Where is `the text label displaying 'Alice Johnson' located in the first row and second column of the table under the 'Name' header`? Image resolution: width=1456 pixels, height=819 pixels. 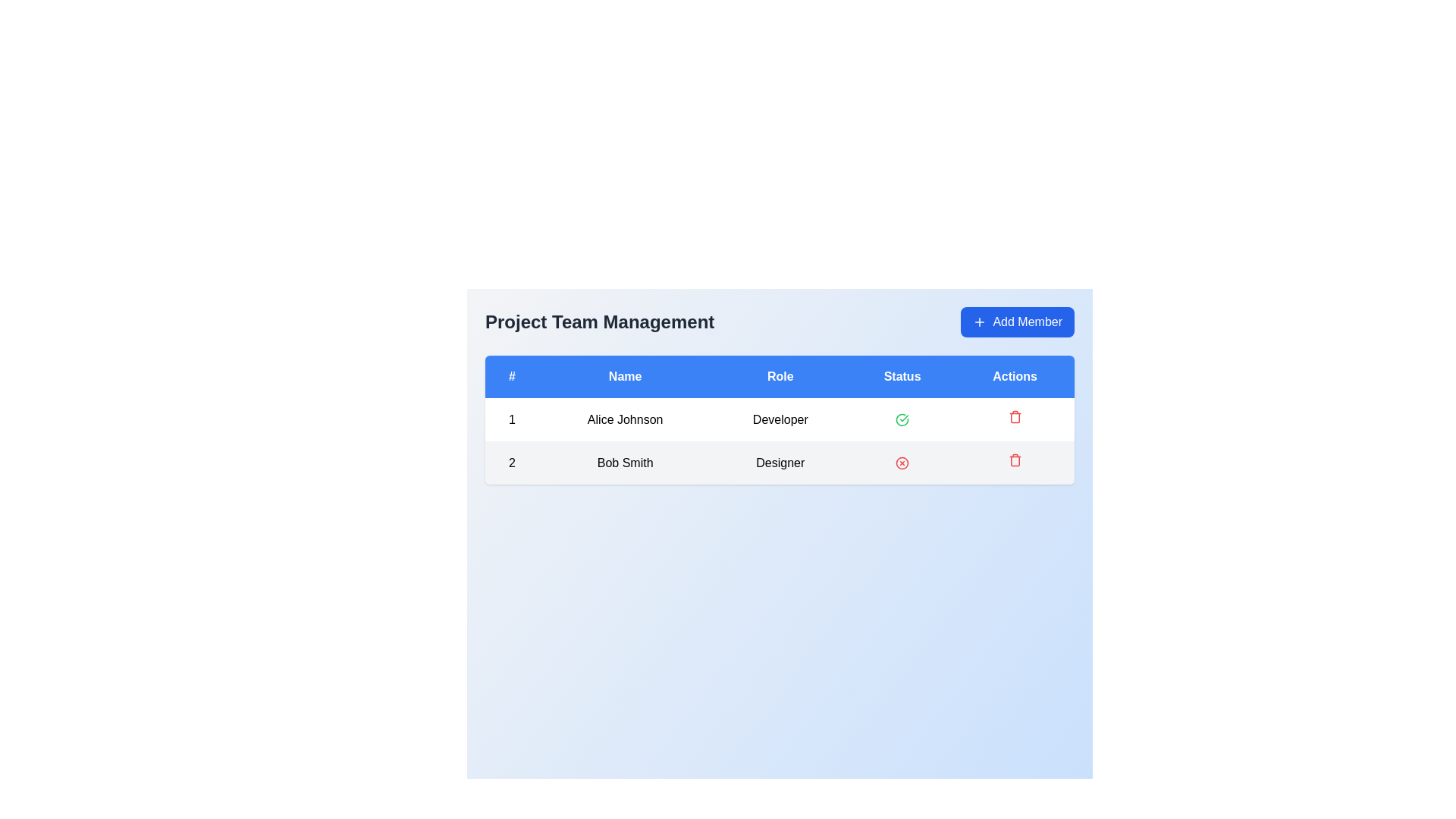
the text label displaying 'Alice Johnson' located in the first row and second column of the table under the 'Name' header is located at coordinates (625, 419).